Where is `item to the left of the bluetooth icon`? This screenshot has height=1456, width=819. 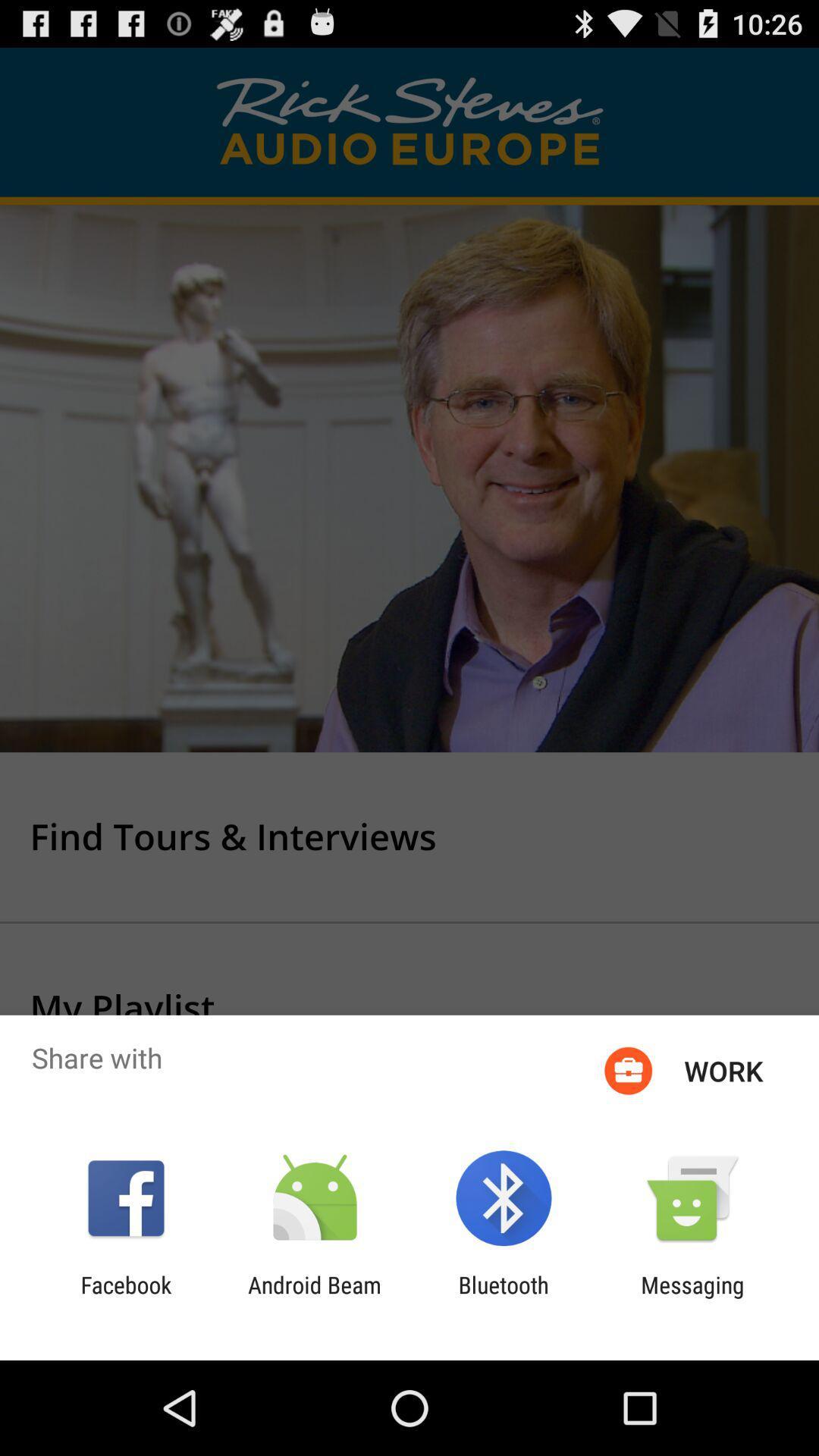
item to the left of the bluetooth icon is located at coordinates (314, 1298).